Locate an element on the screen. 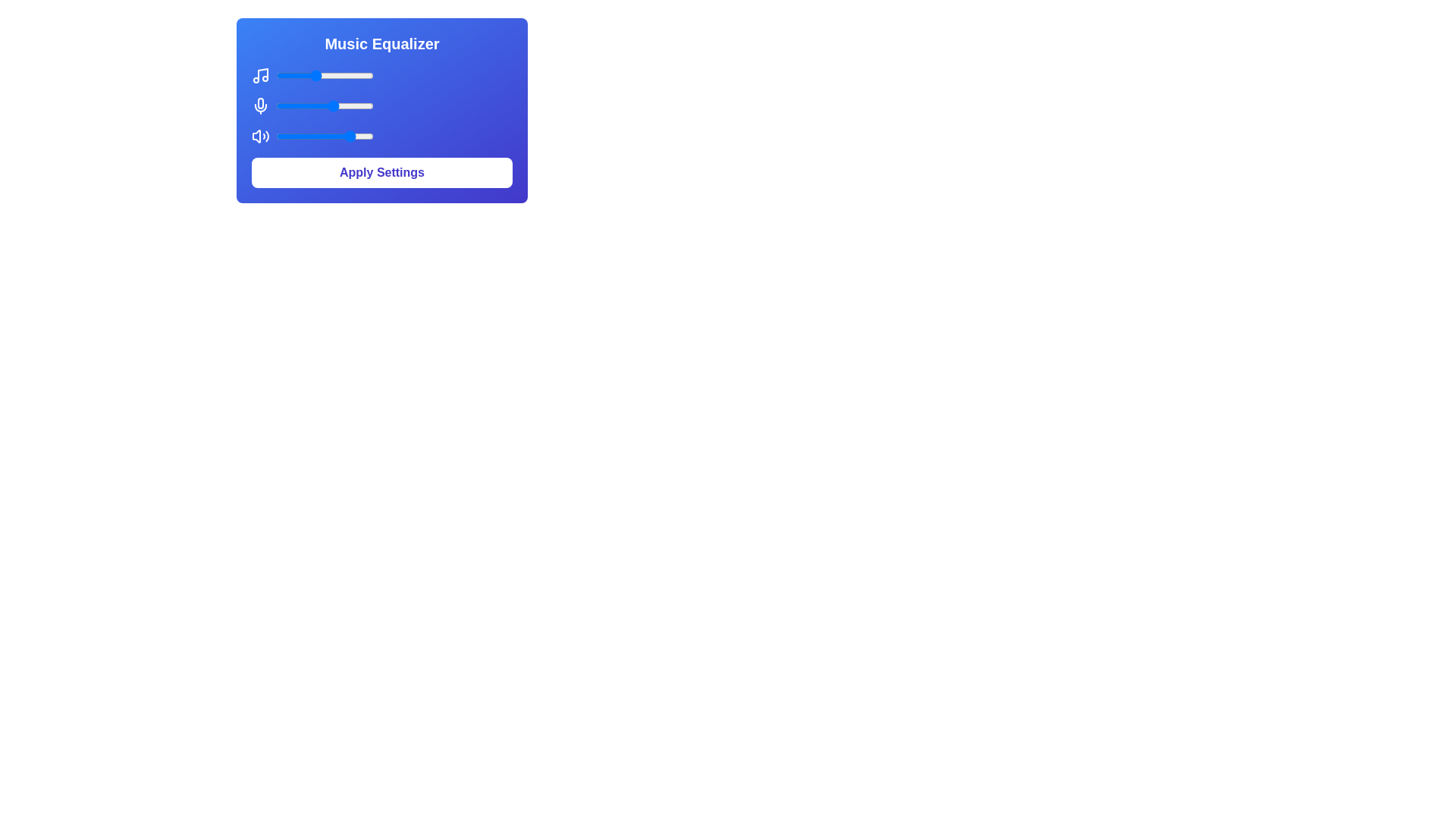  the microphone icon in the Music Equalizer interface is located at coordinates (261, 105).